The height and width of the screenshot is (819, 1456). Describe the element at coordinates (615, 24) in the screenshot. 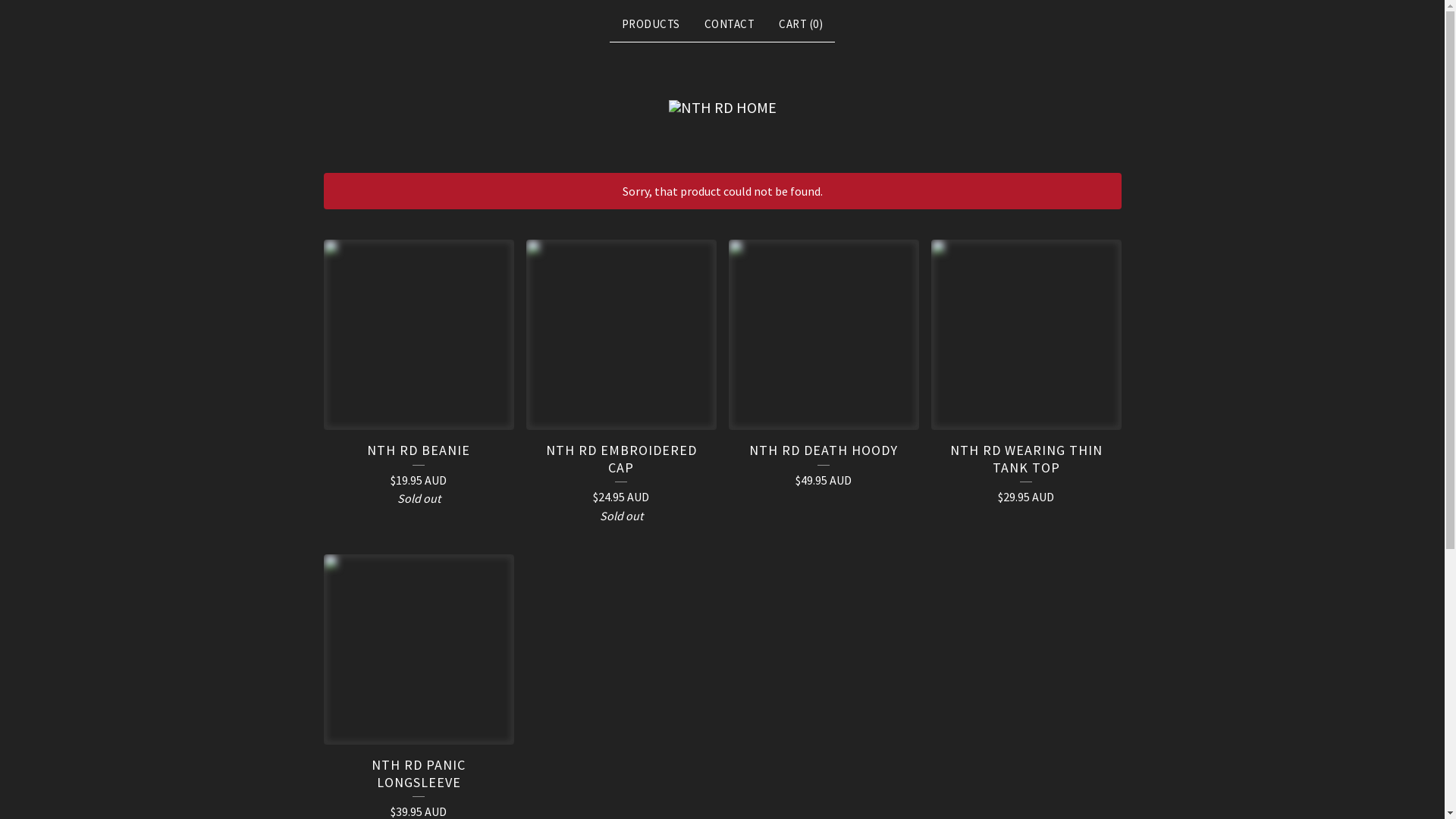

I see `'PRODUCTS'` at that location.